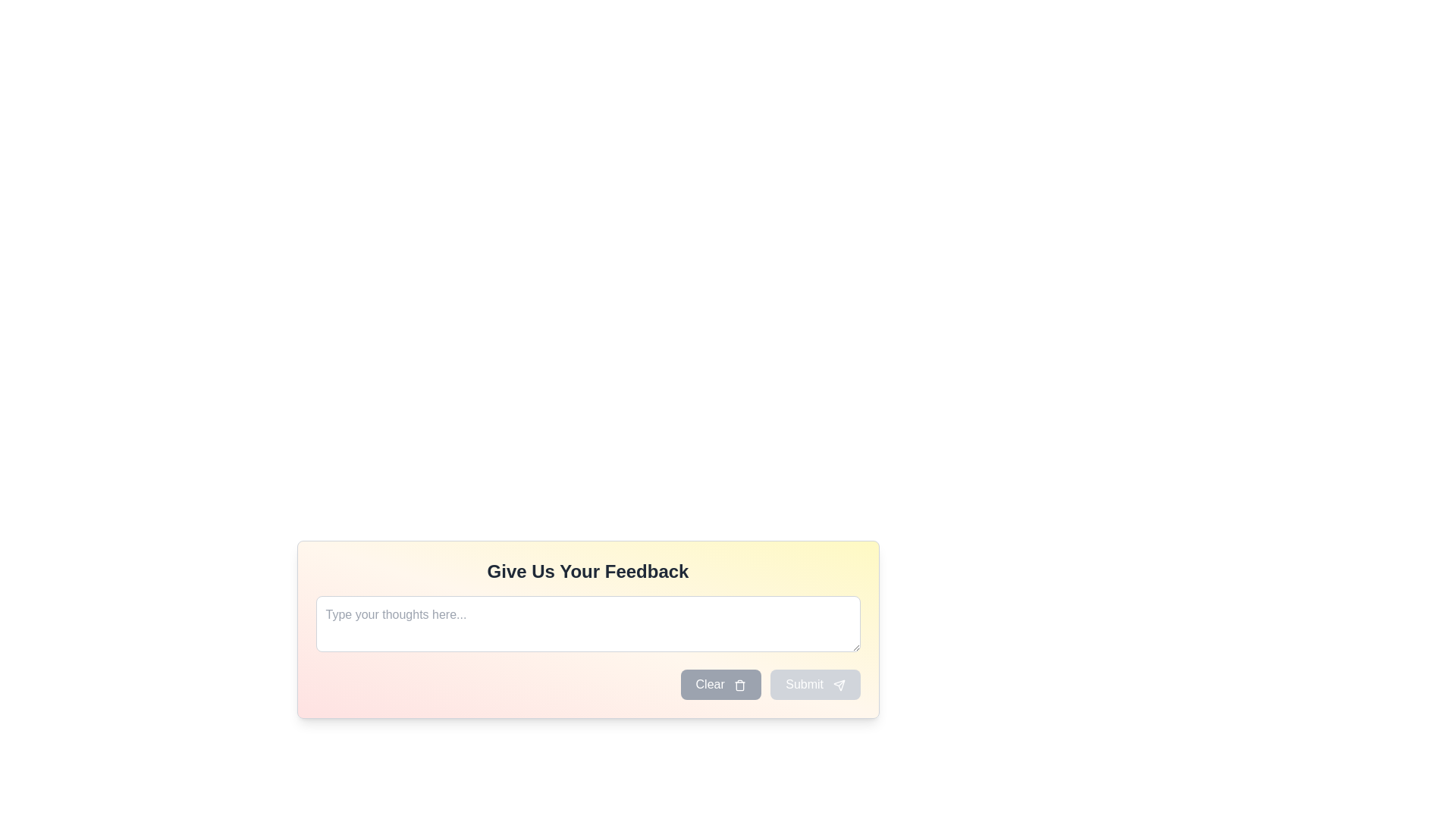 Image resolution: width=1456 pixels, height=819 pixels. What do you see at coordinates (814, 684) in the screenshot?
I see `the disabled submit button located at the bottom right of the feedback form, which is the second button to the right of the 'Clear' button` at bounding box center [814, 684].